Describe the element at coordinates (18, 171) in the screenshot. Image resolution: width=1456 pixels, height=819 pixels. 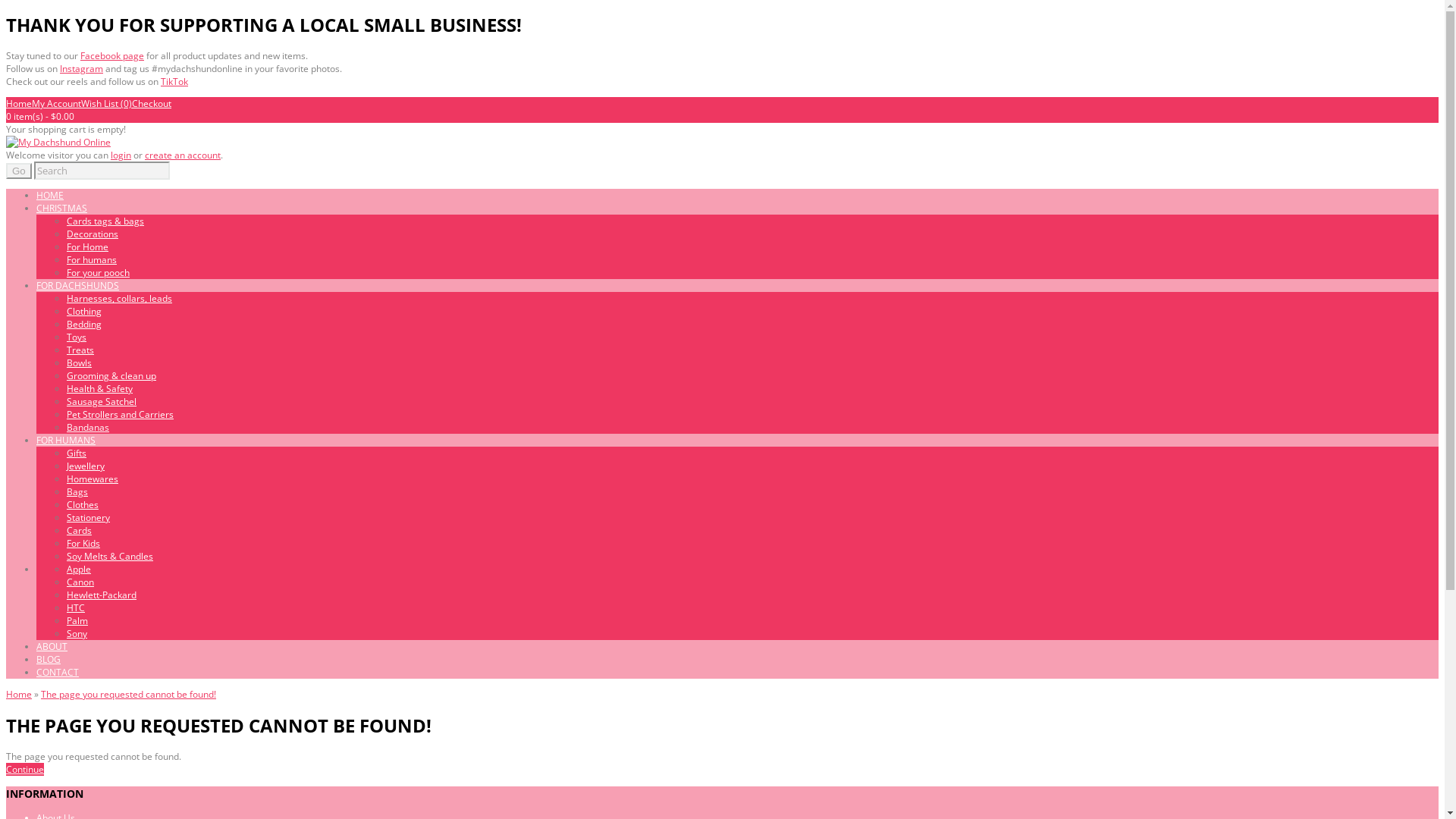
I see `'Go'` at that location.